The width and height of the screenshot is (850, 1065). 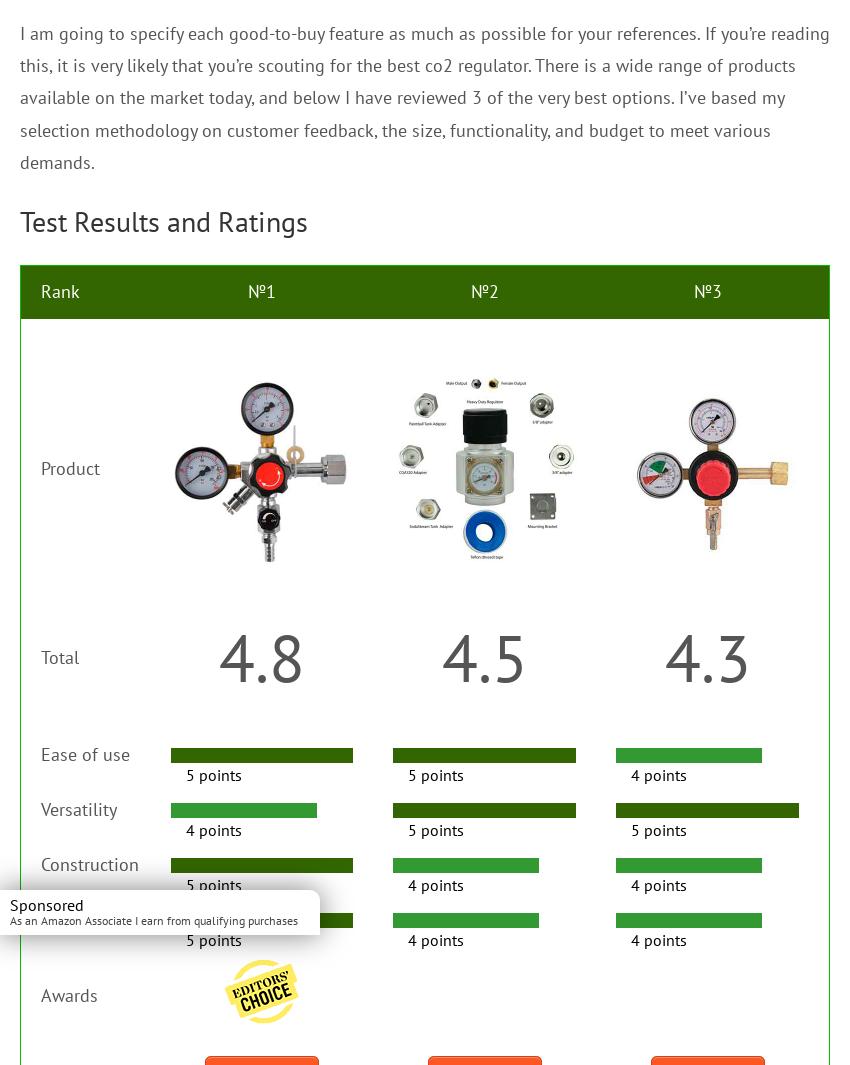 What do you see at coordinates (163, 220) in the screenshot?
I see `'Test Results and Ratings'` at bounding box center [163, 220].